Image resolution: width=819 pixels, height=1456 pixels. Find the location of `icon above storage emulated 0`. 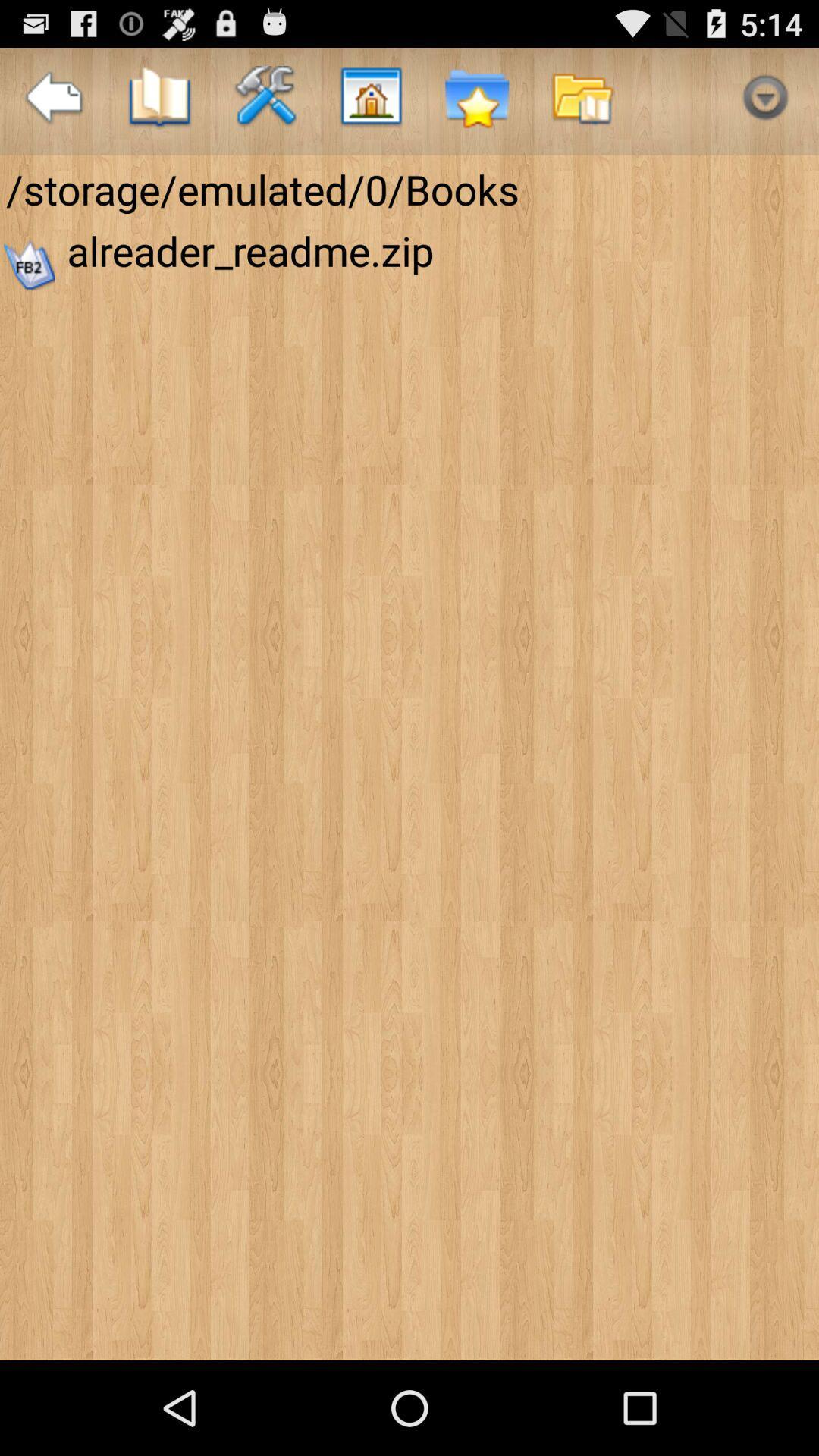

icon above storage emulated 0 is located at coordinates (159, 100).